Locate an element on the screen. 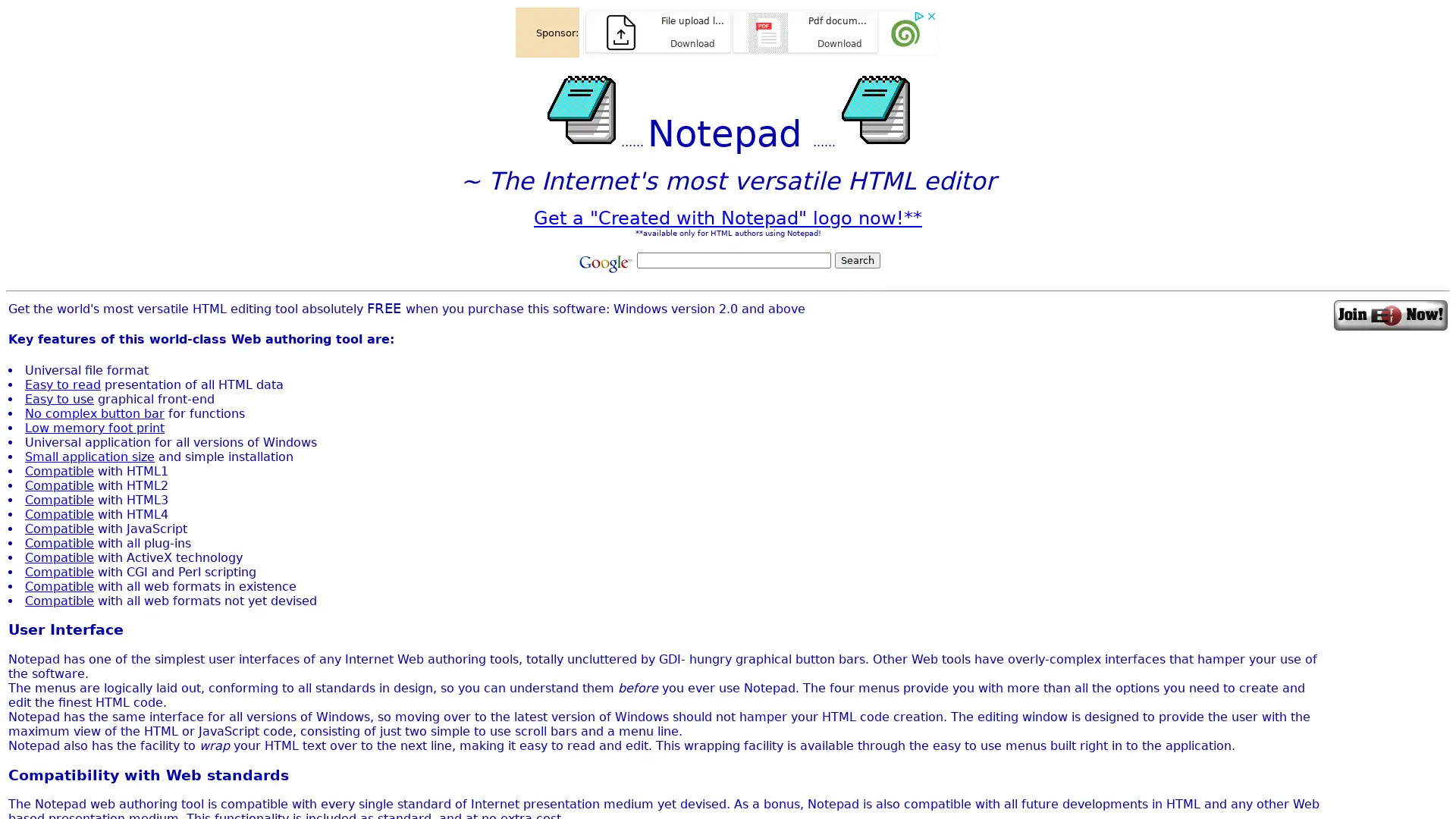  Search is located at coordinates (856, 259).